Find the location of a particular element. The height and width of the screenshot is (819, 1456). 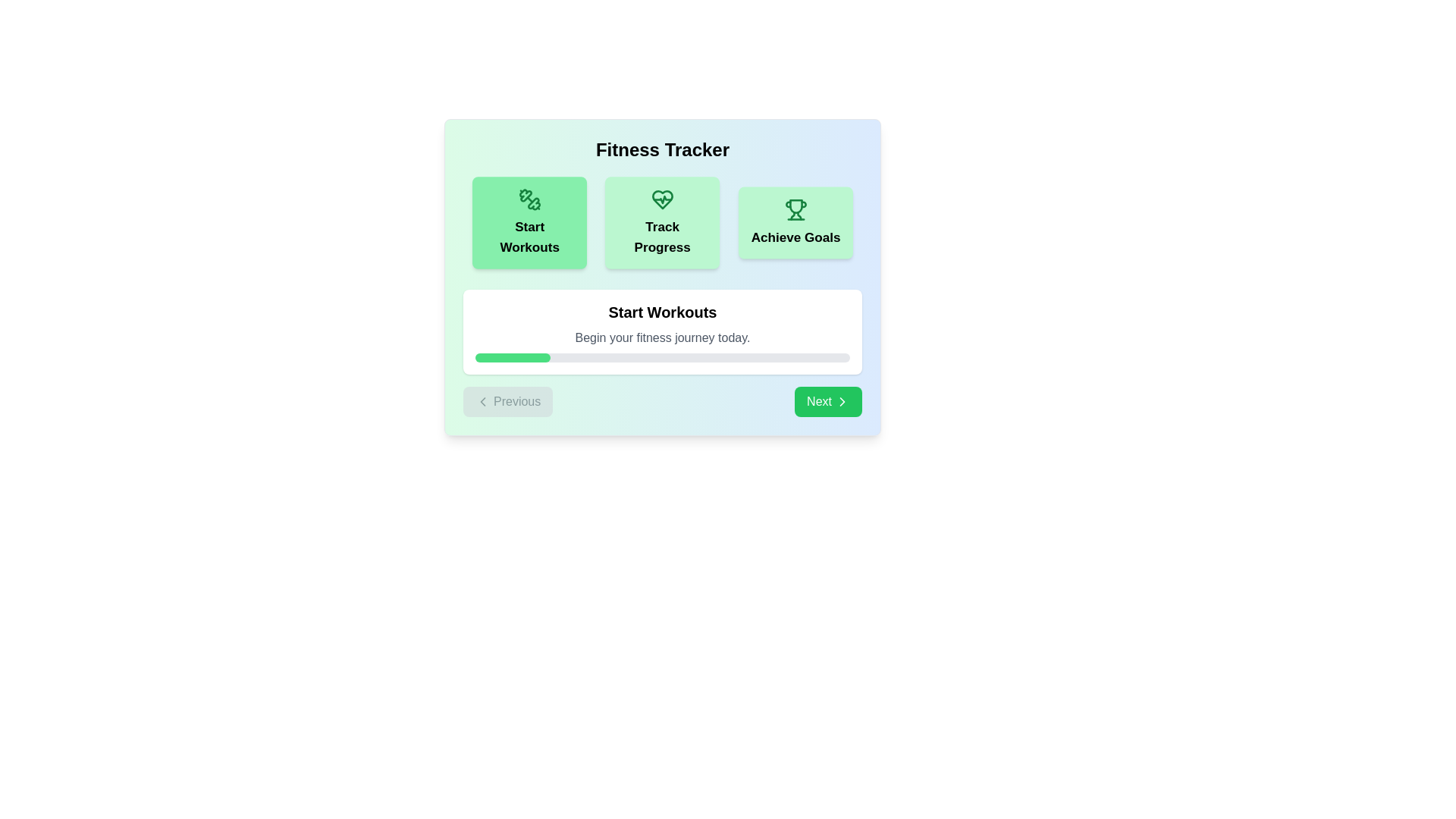

the trophy-shaped icon, which is colored green and symbolizes achievements, located above the text 'Achieve Goals' is located at coordinates (795, 209).